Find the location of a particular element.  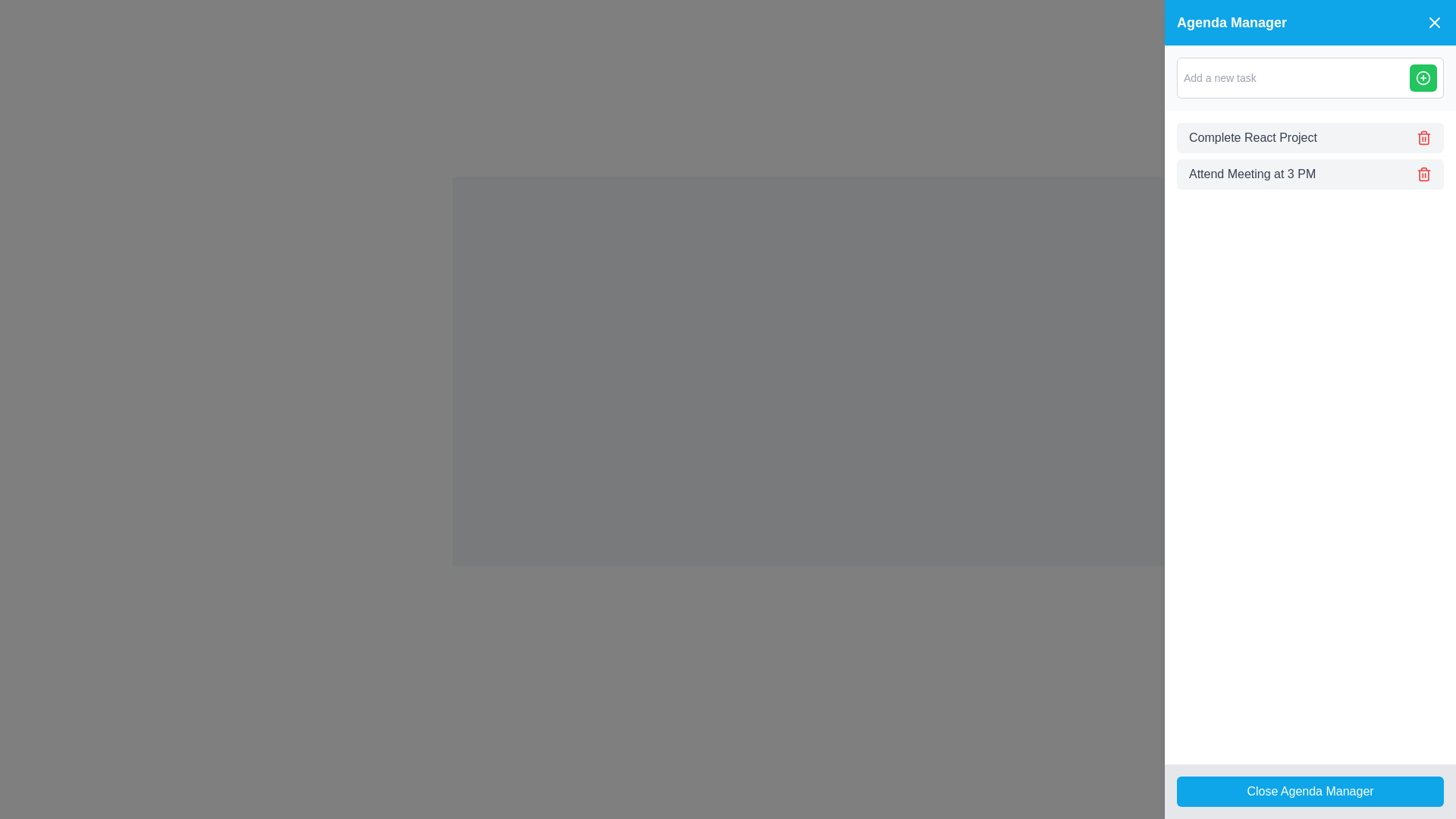

the button with rounded corners and a light blue background that says 'Close Agenda Manager' to observe its color change is located at coordinates (1310, 791).